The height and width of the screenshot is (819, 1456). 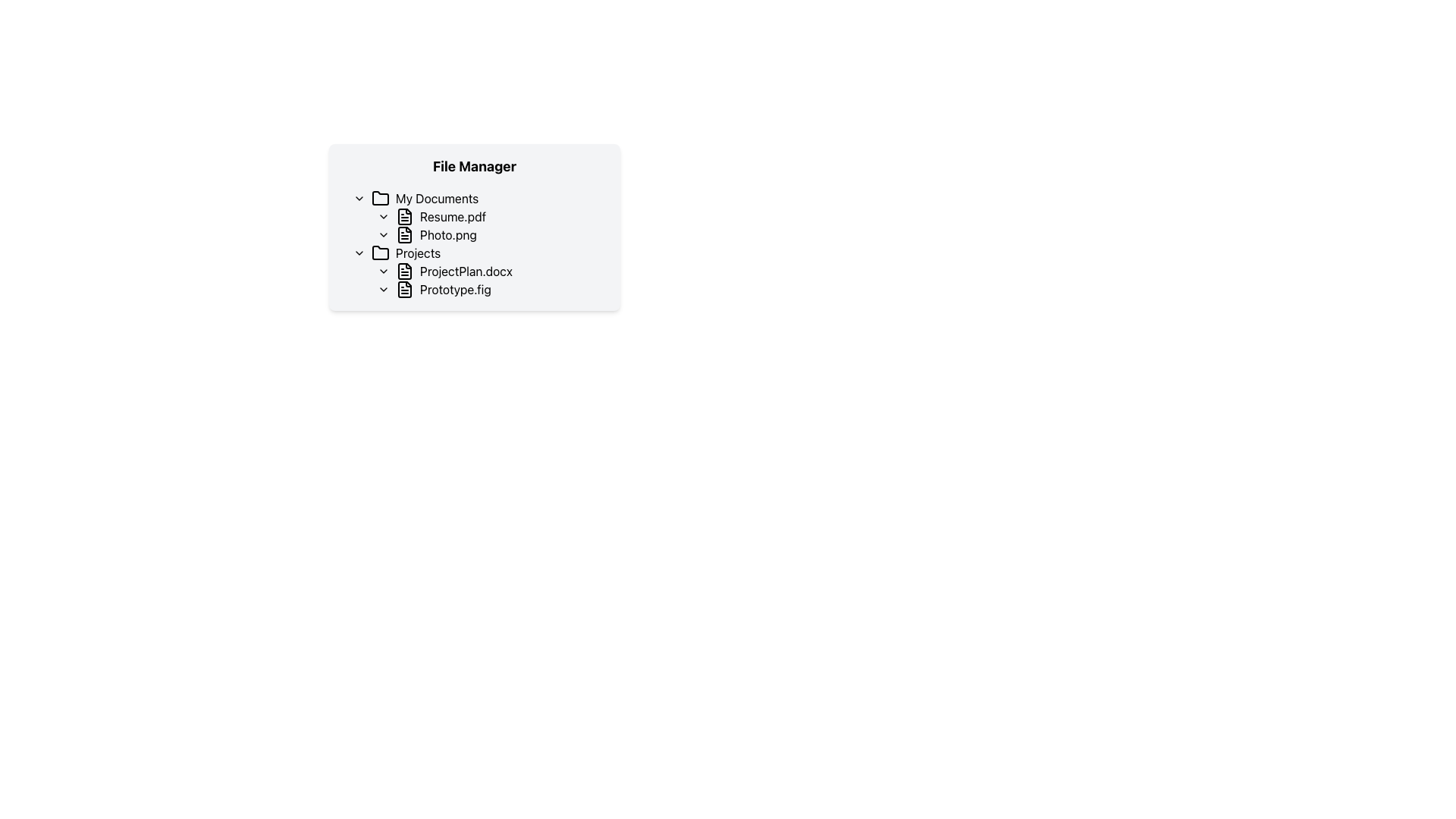 I want to click on the file icon representing 'ProjectPlan.docx' in the 'Projects' folder, so click(x=404, y=271).